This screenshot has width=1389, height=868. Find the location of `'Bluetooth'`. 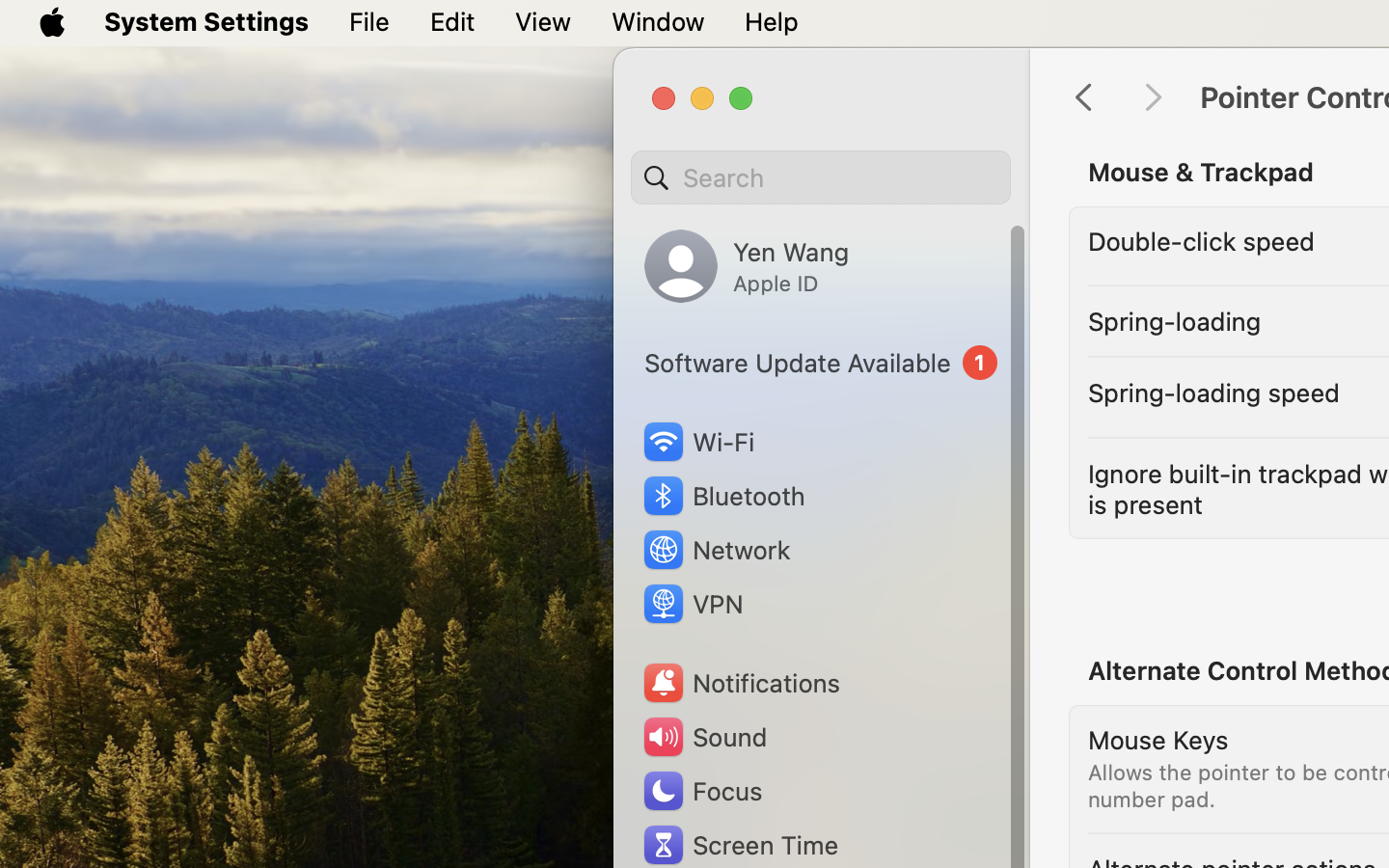

'Bluetooth' is located at coordinates (722, 494).